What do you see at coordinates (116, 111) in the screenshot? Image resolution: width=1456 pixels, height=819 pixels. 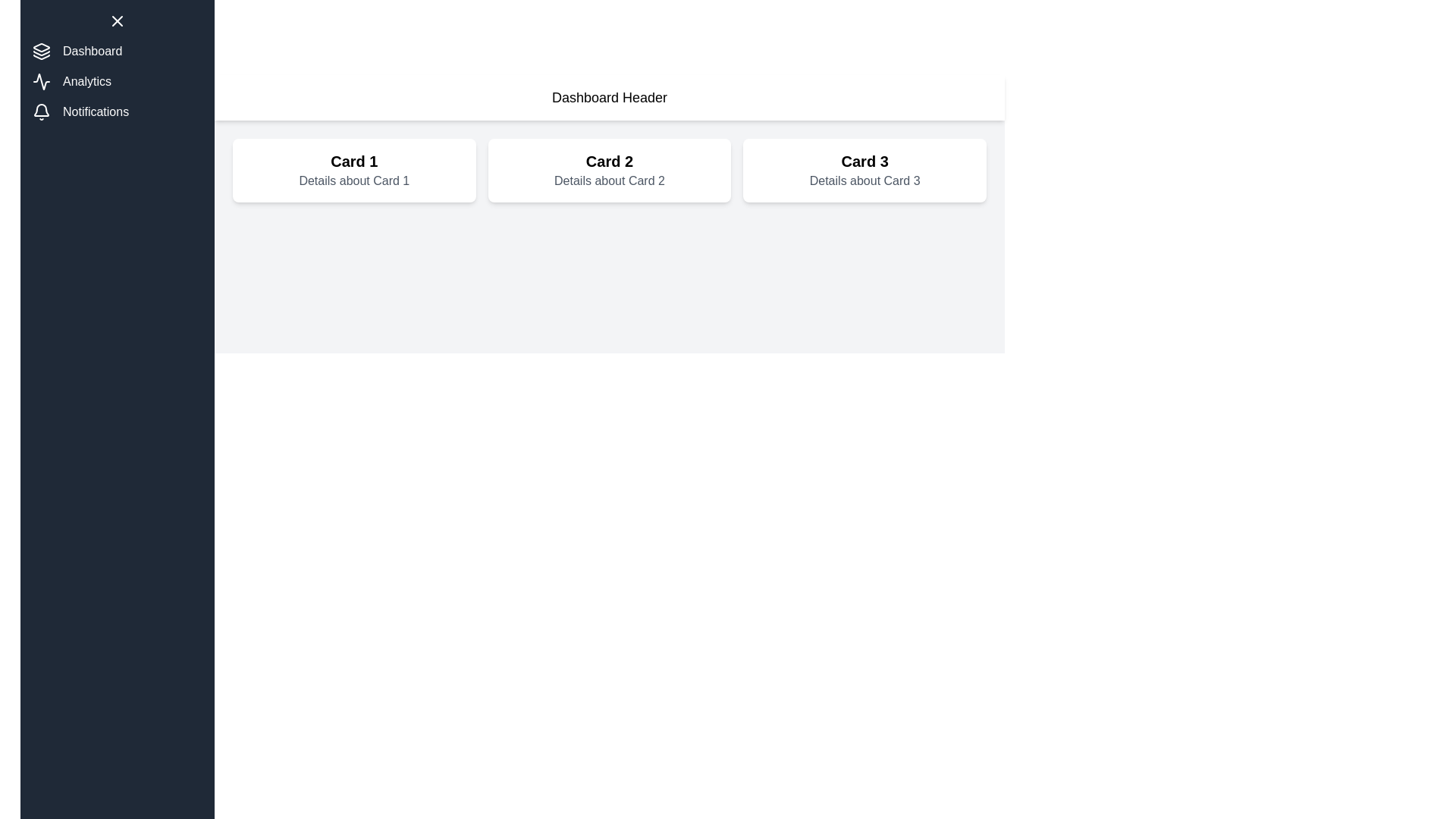 I see `the third menu item in the vertical navigation bar` at bounding box center [116, 111].